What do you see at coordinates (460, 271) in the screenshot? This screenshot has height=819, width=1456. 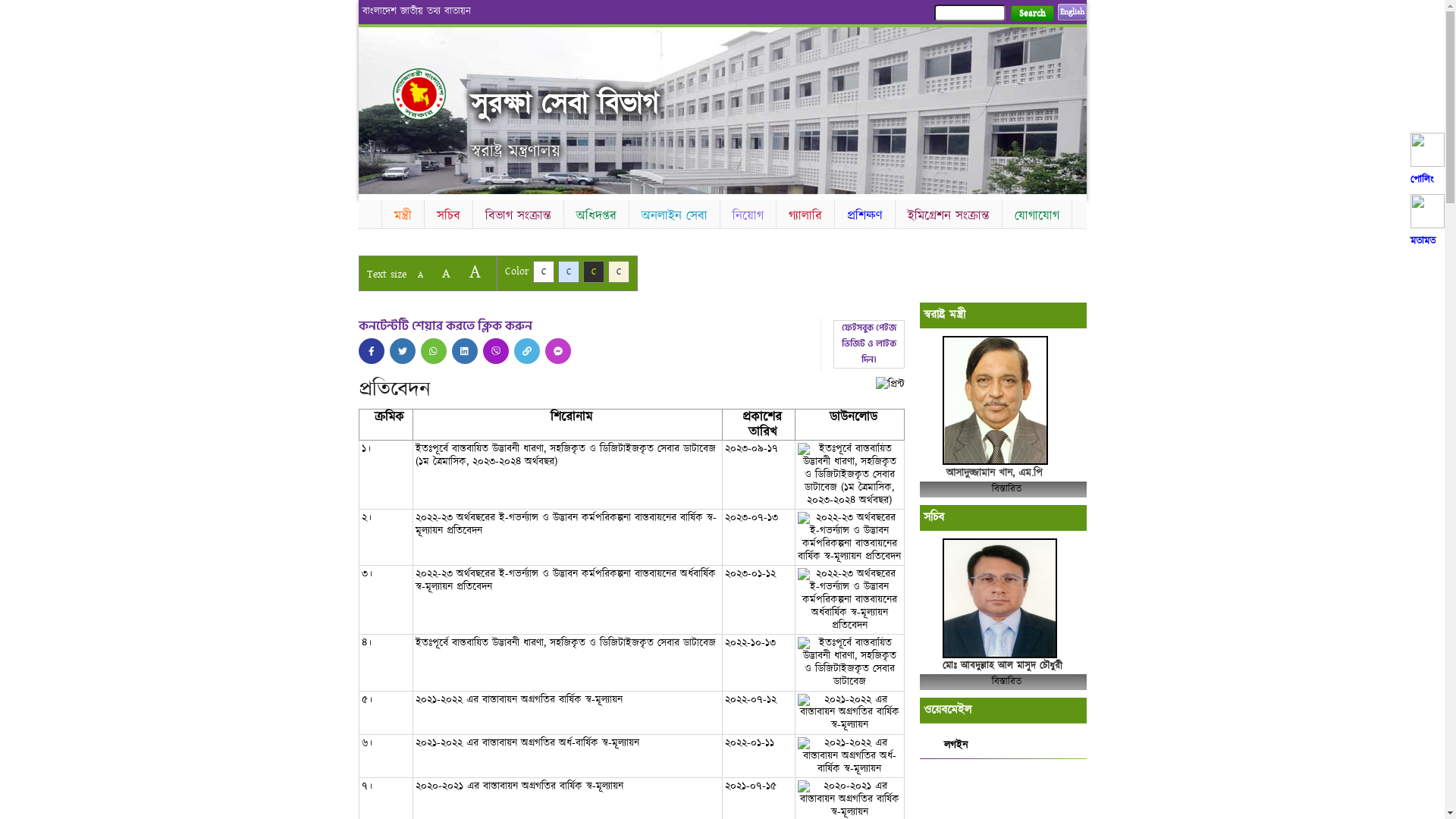 I see `'A'` at bounding box center [460, 271].